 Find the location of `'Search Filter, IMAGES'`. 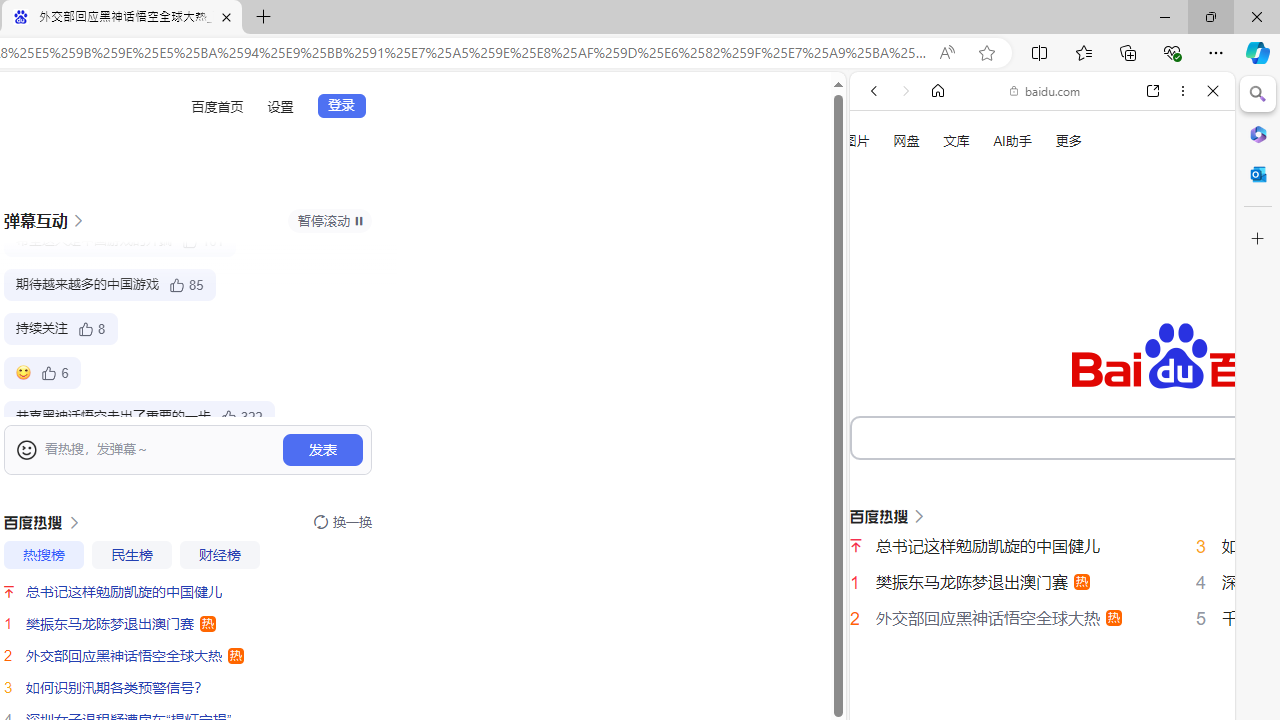

'Search Filter, IMAGES' is located at coordinates (939, 338).